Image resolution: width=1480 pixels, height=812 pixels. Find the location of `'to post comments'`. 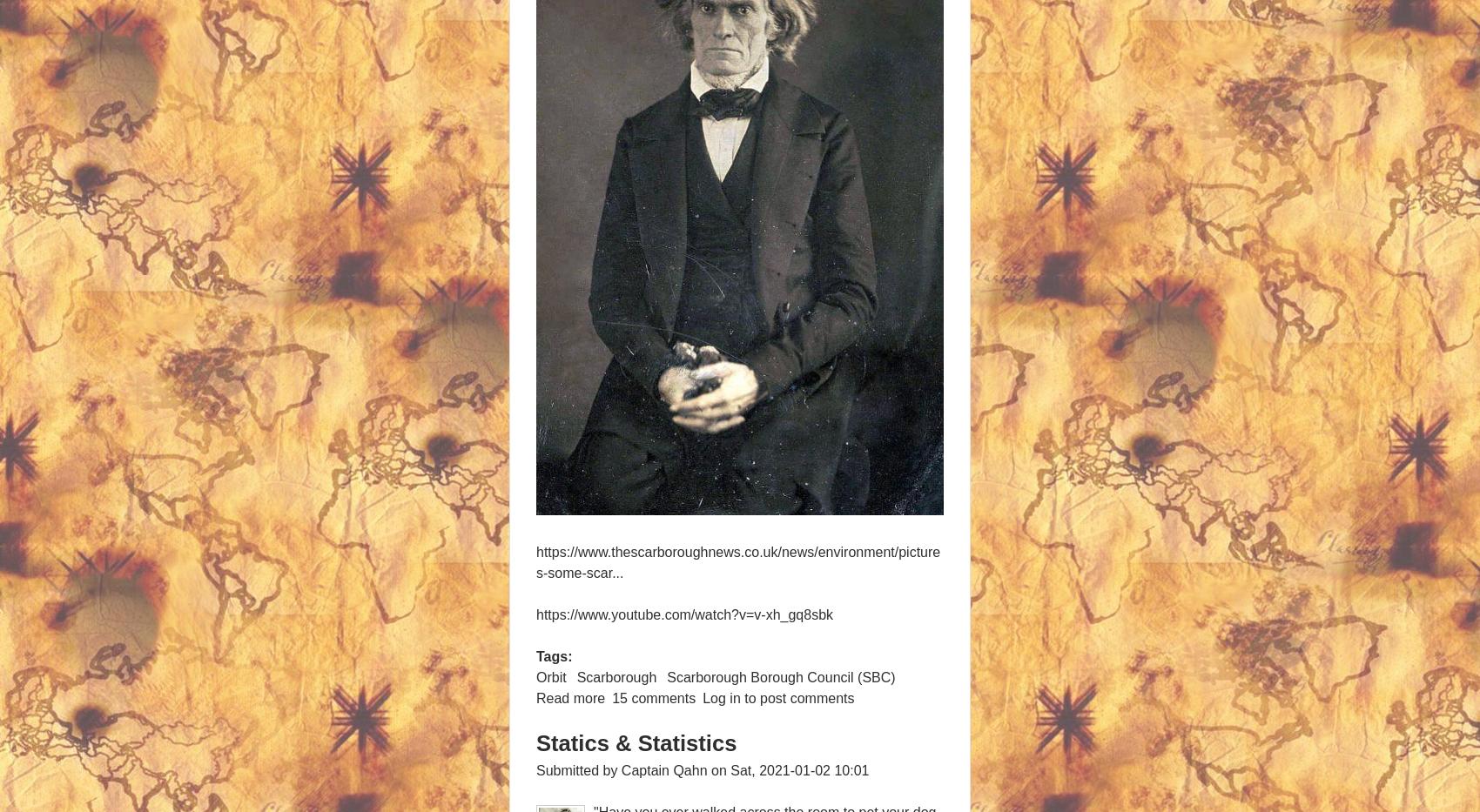

'to post comments' is located at coordinates (797, 698).